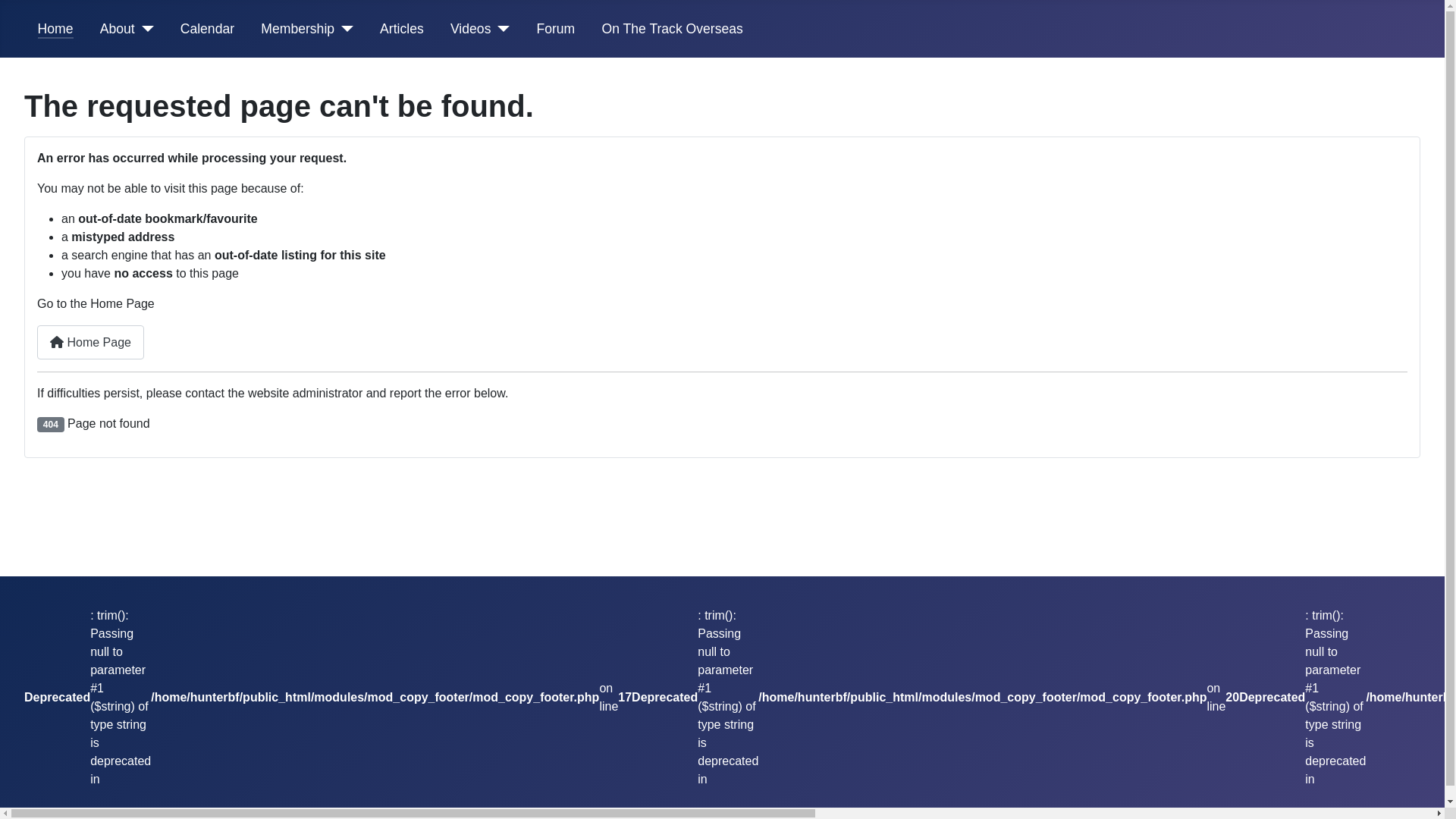 The image size is (1456, 819). Describe the element at coordinates (554, 29) in the screenshot. I see `'Forum'` at that location.